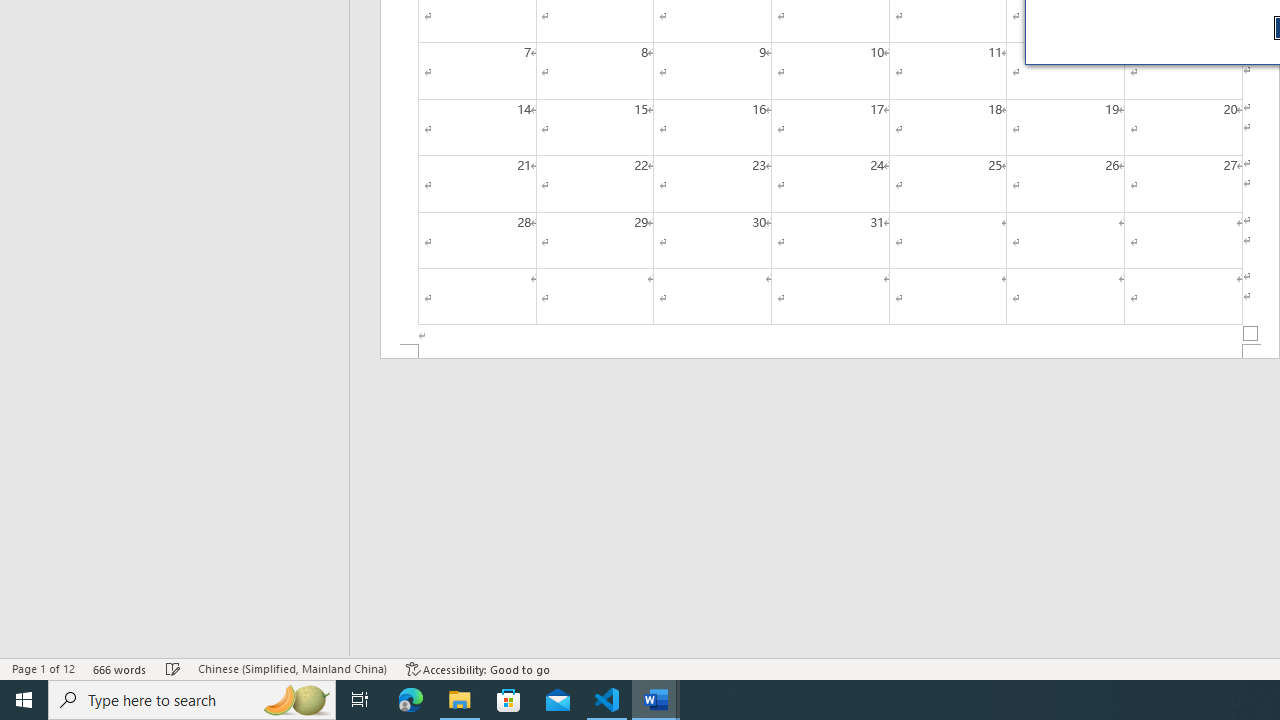 The height and width of the screenshot is (720, 1280). Describe the element at coordinates (359, 698) in the screenshot. I see `'Task View'` at that location.